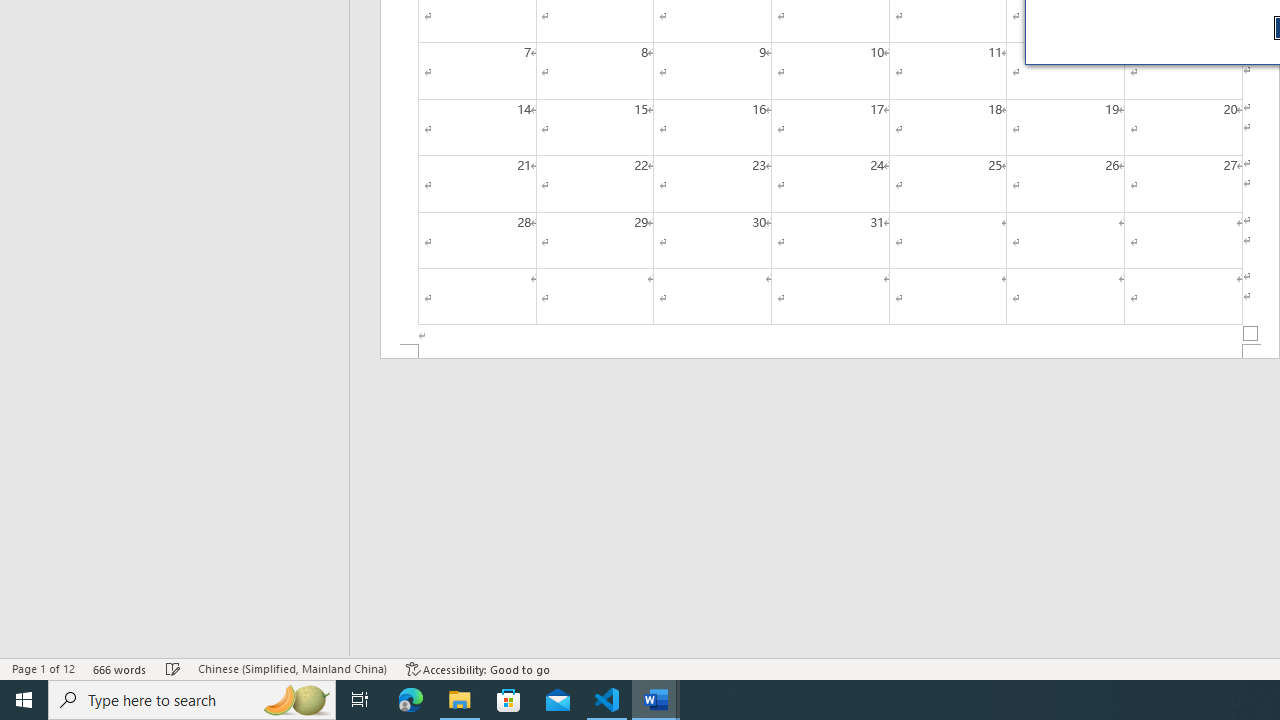 The height and width of the screenshot is (720, 1280). Describe the element at coordinates (359, 698) in the screenshot. I see `'Task View'` at that location.